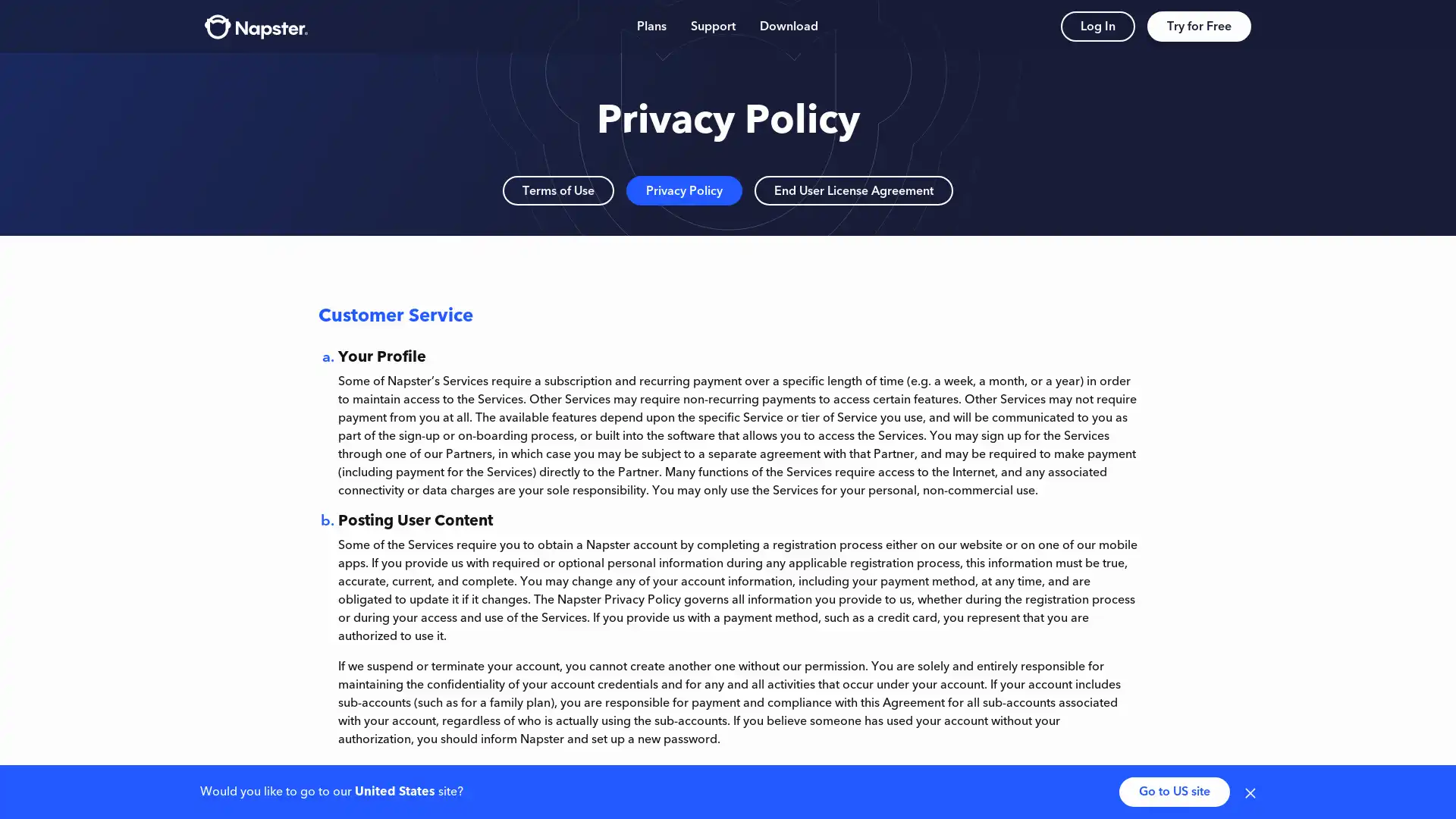  Describe the element at coordinates (1250, 791) in the screenshot. I see `close region picker` at that location.